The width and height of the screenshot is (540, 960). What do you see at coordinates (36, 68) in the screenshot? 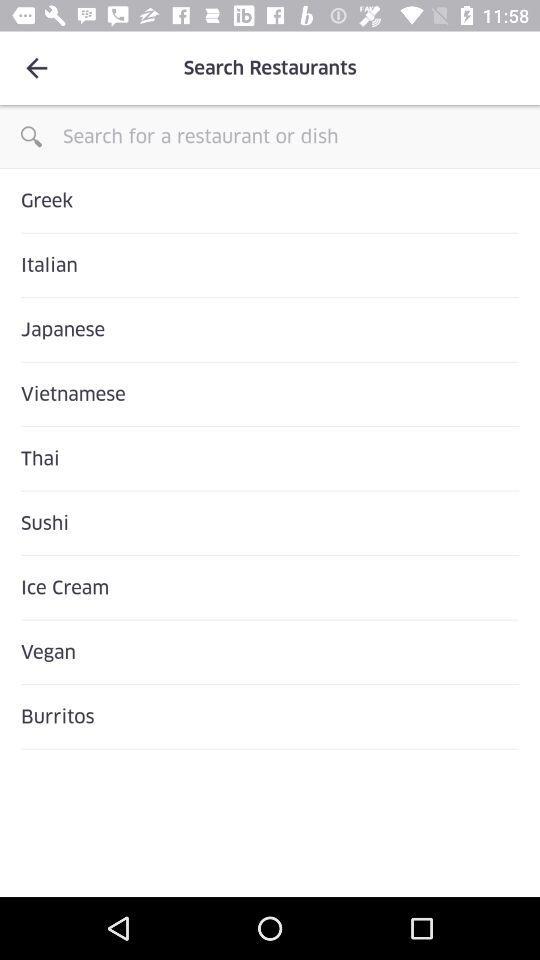
I see `the item to the left of the search restaurants` at bounding box center [36, 68].